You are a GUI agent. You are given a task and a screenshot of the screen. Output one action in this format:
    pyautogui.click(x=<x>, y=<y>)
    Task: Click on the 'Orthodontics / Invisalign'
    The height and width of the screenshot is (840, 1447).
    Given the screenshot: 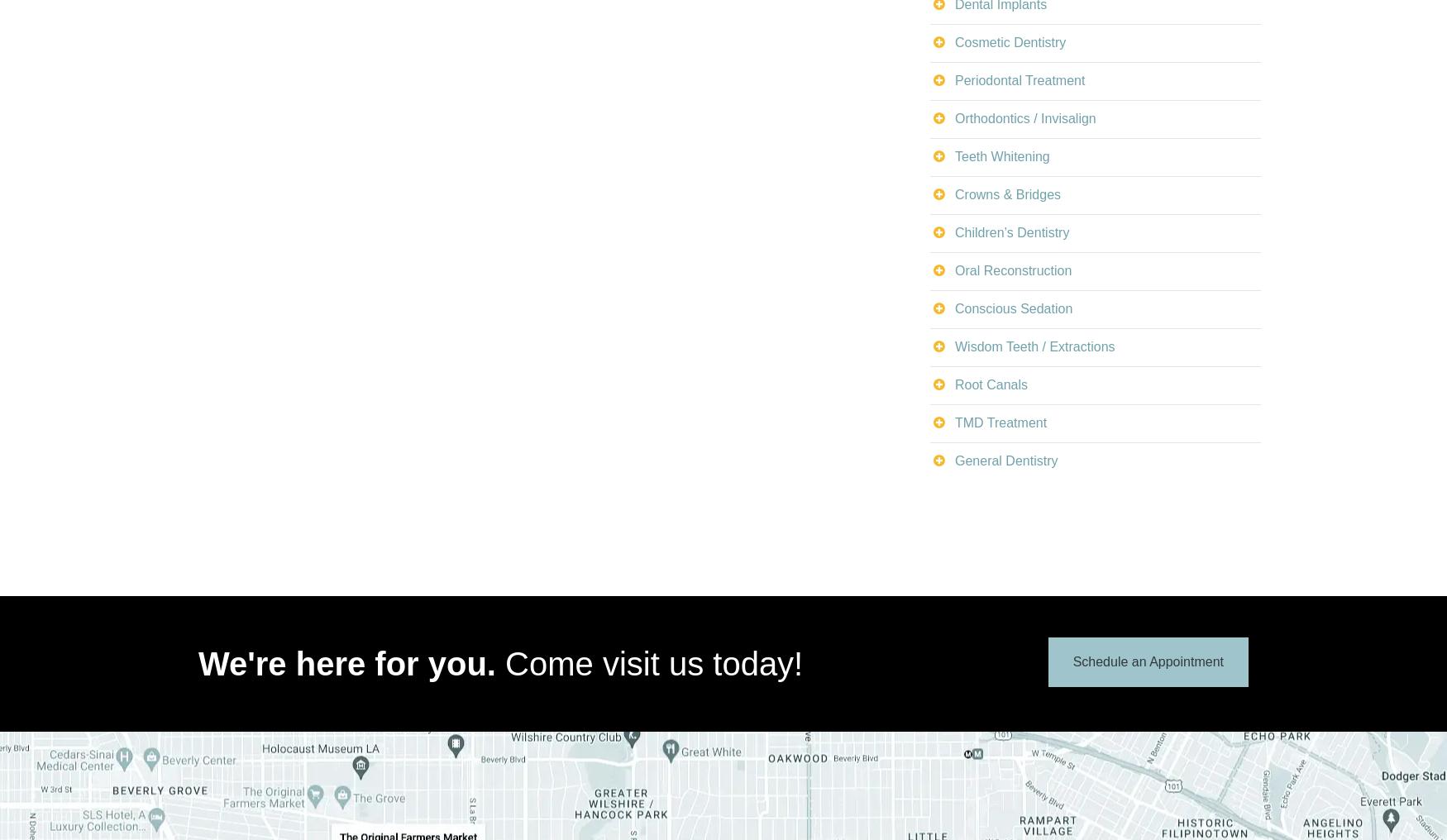 What is the action you would take?
    pyautogui.click(x=1025, y=117)
    